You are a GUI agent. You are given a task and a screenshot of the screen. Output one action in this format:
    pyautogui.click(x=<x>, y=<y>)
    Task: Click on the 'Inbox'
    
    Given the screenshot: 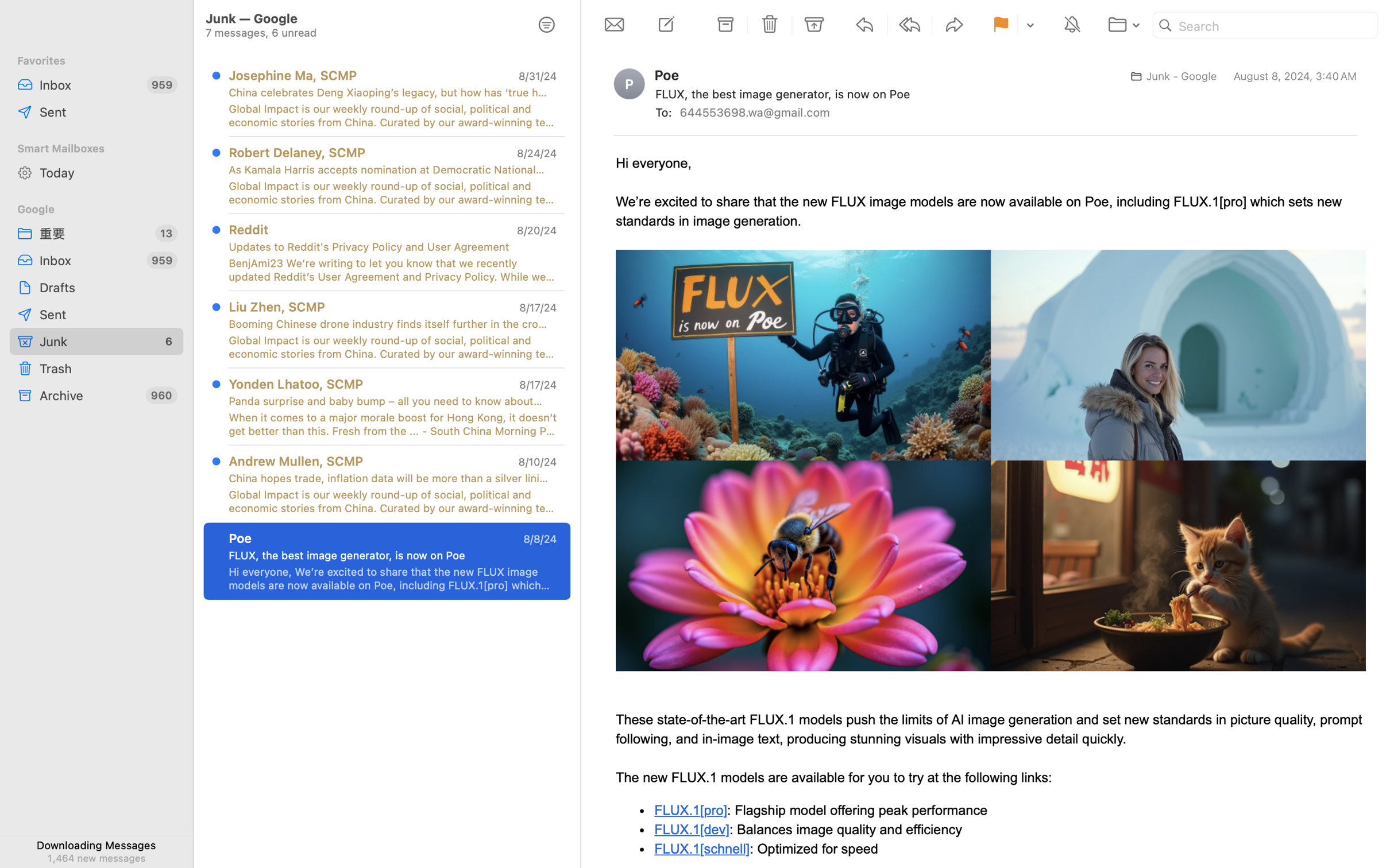 What is the action you would take?
    pyautogui.click(x=89, y=85)
    